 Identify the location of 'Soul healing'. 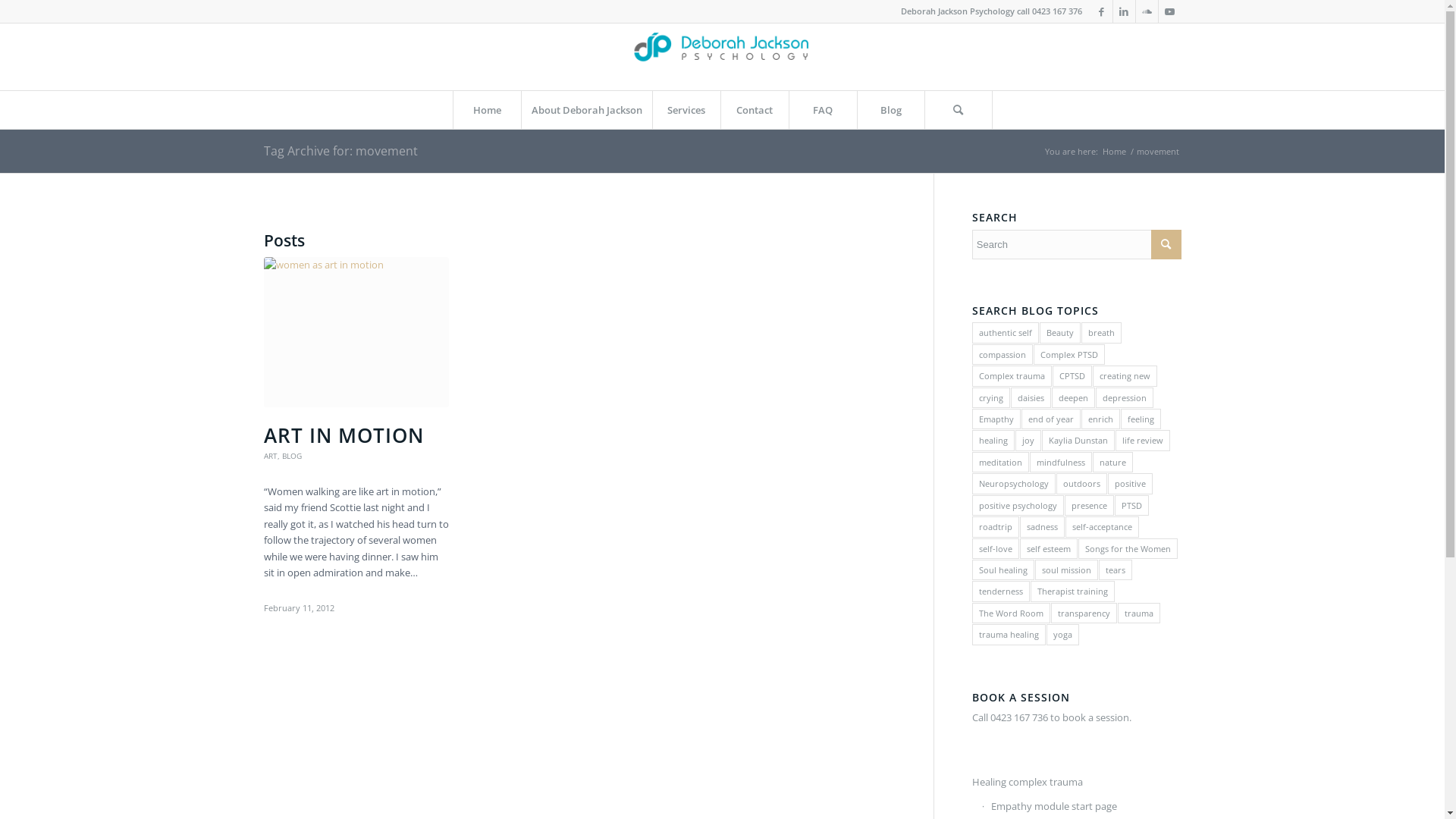
(1003, 570).